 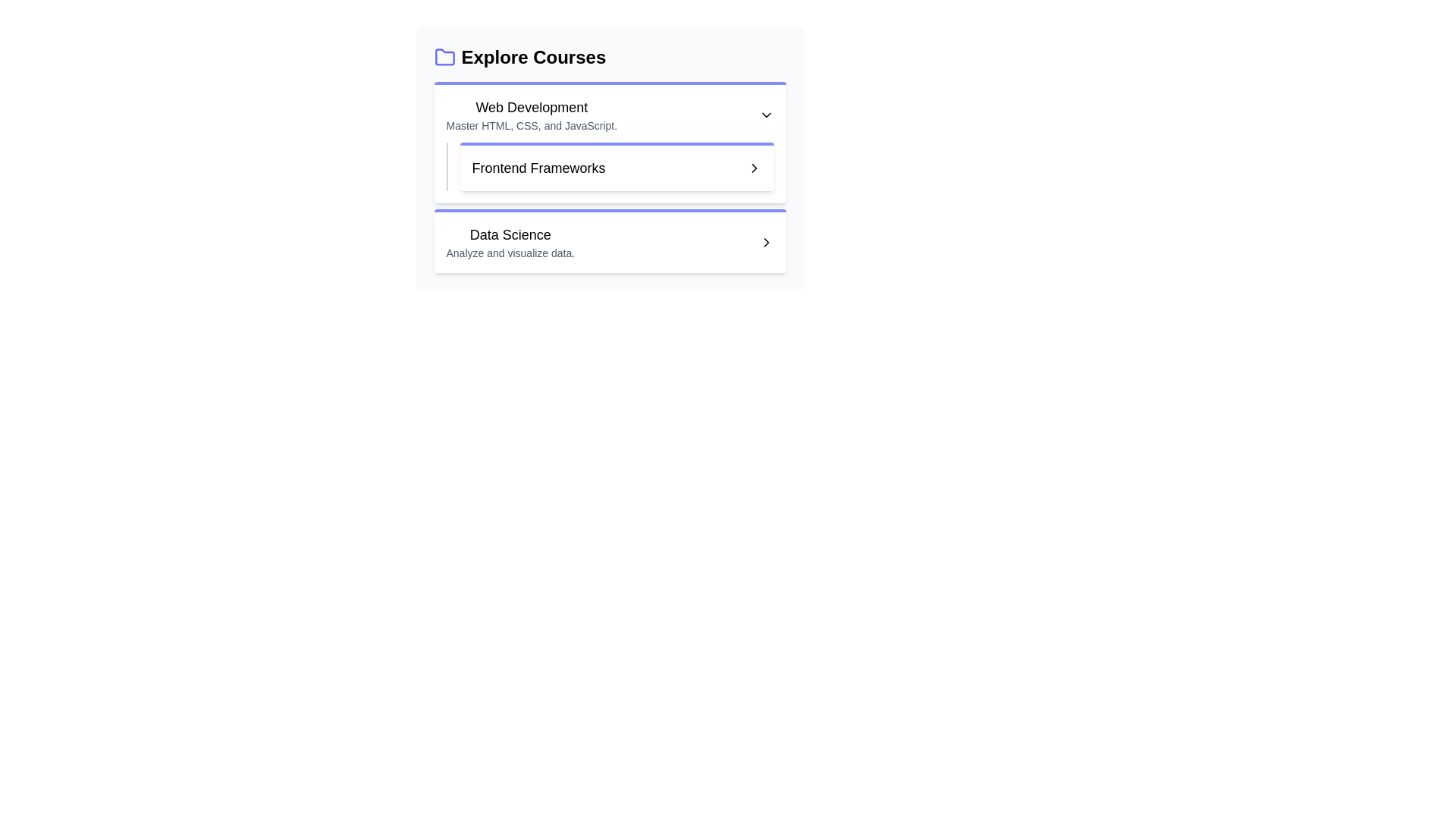 What do you see at coordinates (610, 166) in the screenshot?
I see `the clickable navigation item for 'Frontend Frameworks' located within the 'Web Development' section` at bounding box center [610, 166].